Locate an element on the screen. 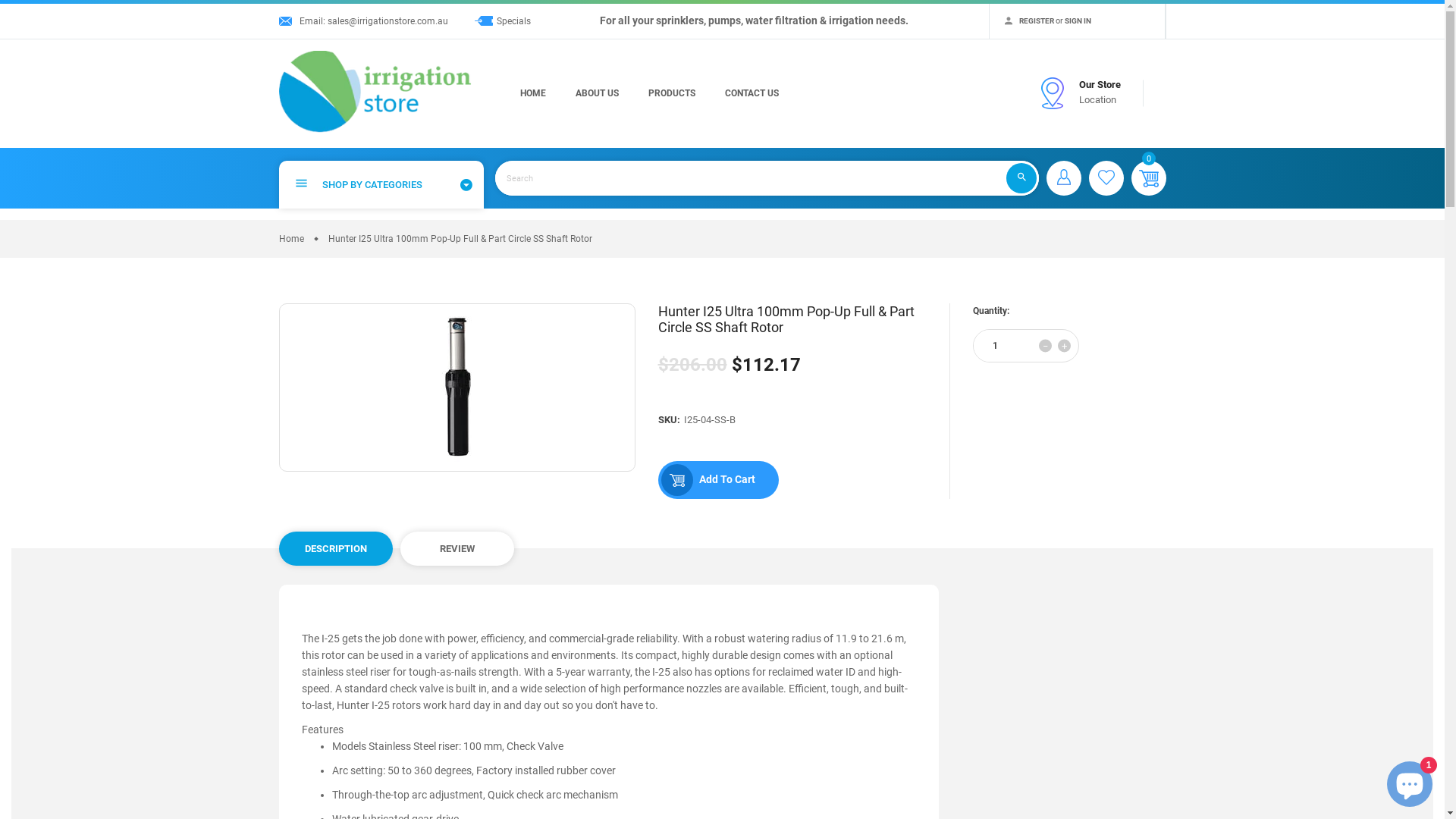 Image resolution: width=1456 pixels, height=819 pixels. 'Add To Cart' is located at coordinates (717, 479).